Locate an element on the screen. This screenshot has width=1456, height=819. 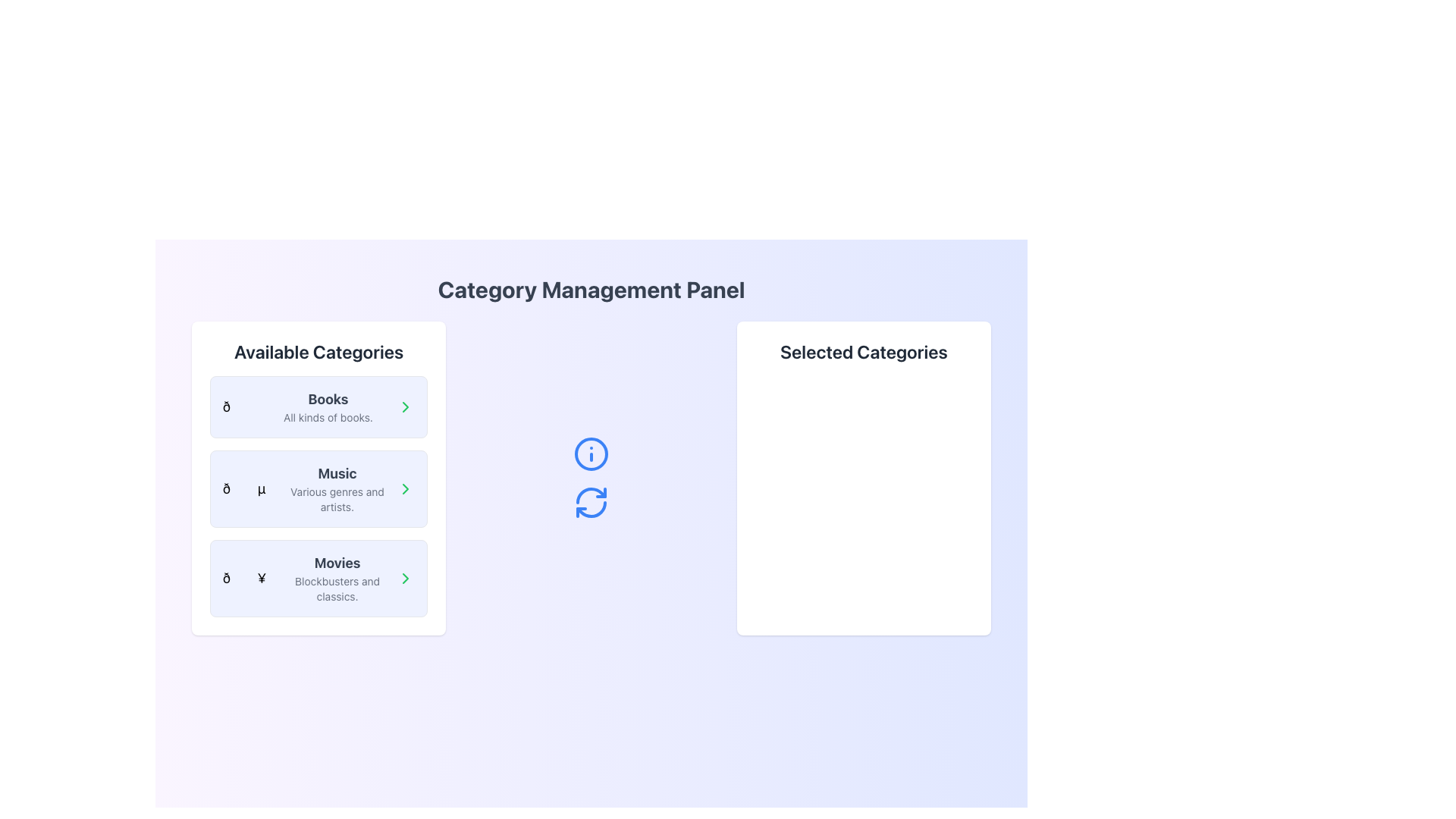
the 'Music' category item in the 'Available Categories' list is located at coordinates (309, 488).